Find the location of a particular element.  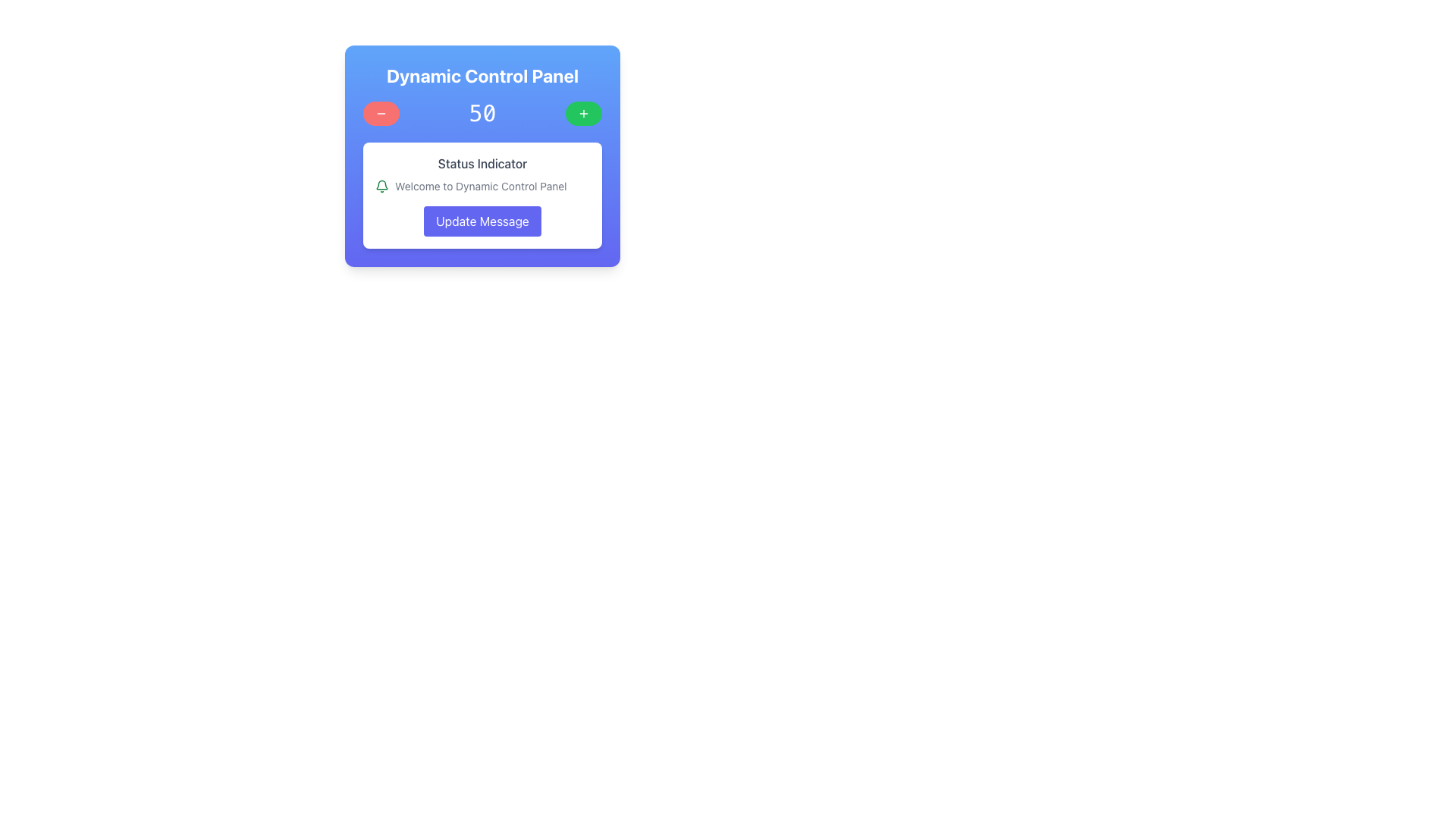

the decrement button located on the left side of the number '50' in the 'Dynamic Control Panel' to observe any interactive styling changes is located at coordinates (381, 113).